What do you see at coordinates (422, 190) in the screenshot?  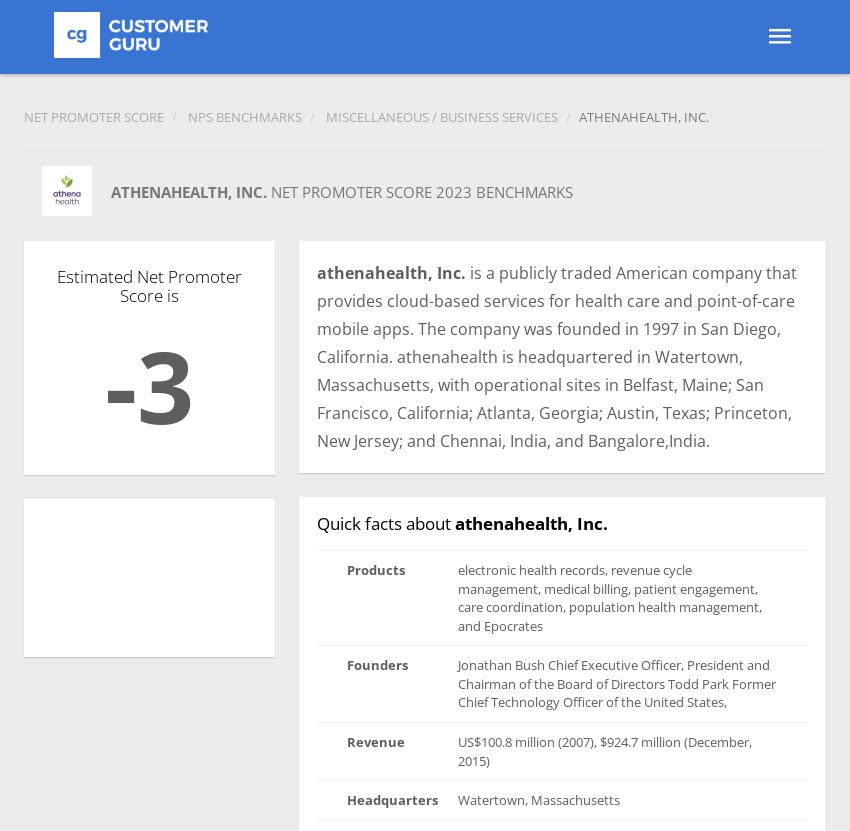 I see `'Net Promoter Score 2023 Benchmarks'` at bounding box center [422, 190].